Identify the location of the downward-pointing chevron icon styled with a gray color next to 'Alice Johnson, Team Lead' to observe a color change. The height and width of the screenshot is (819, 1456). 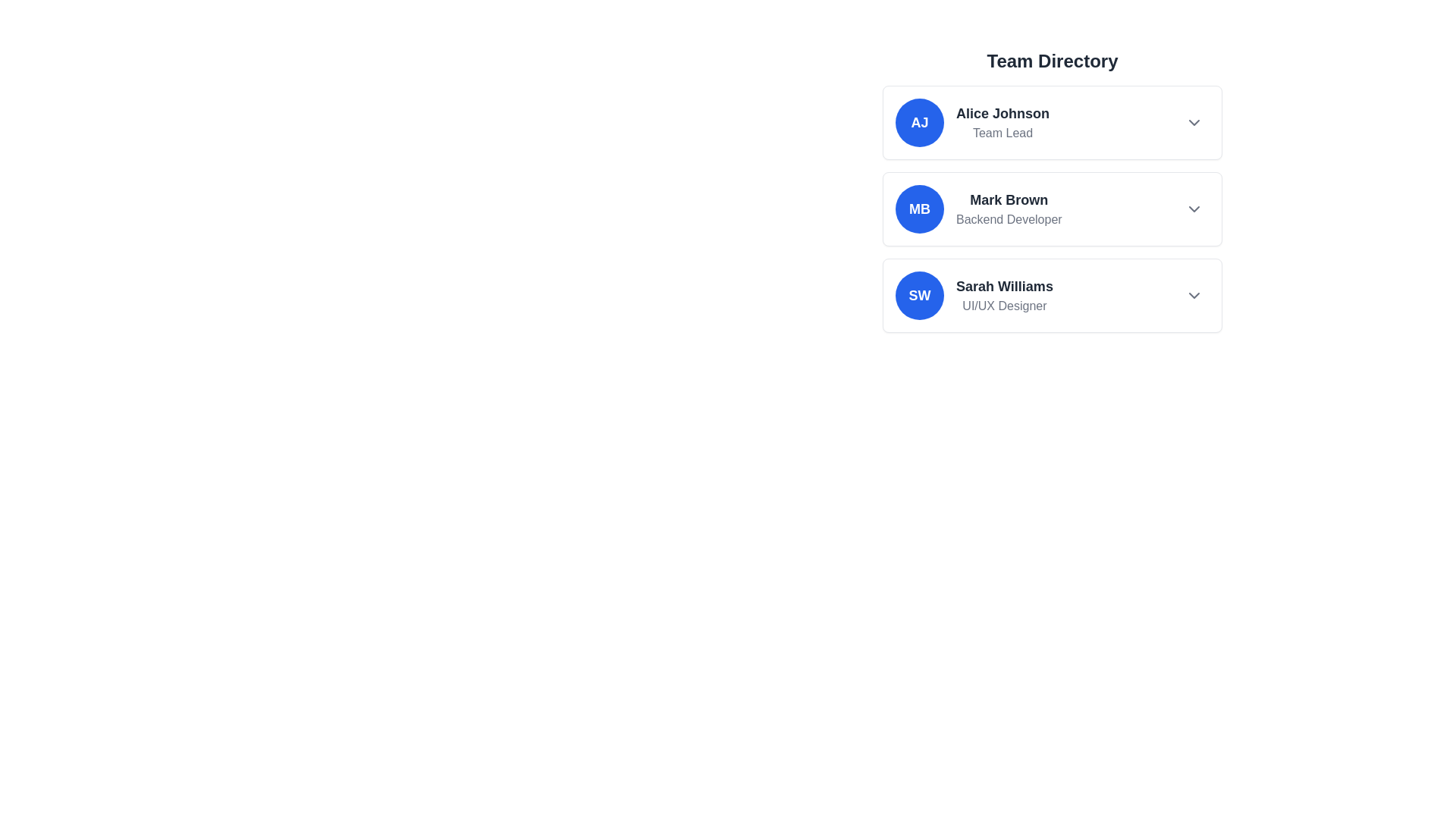
(1193, 122).